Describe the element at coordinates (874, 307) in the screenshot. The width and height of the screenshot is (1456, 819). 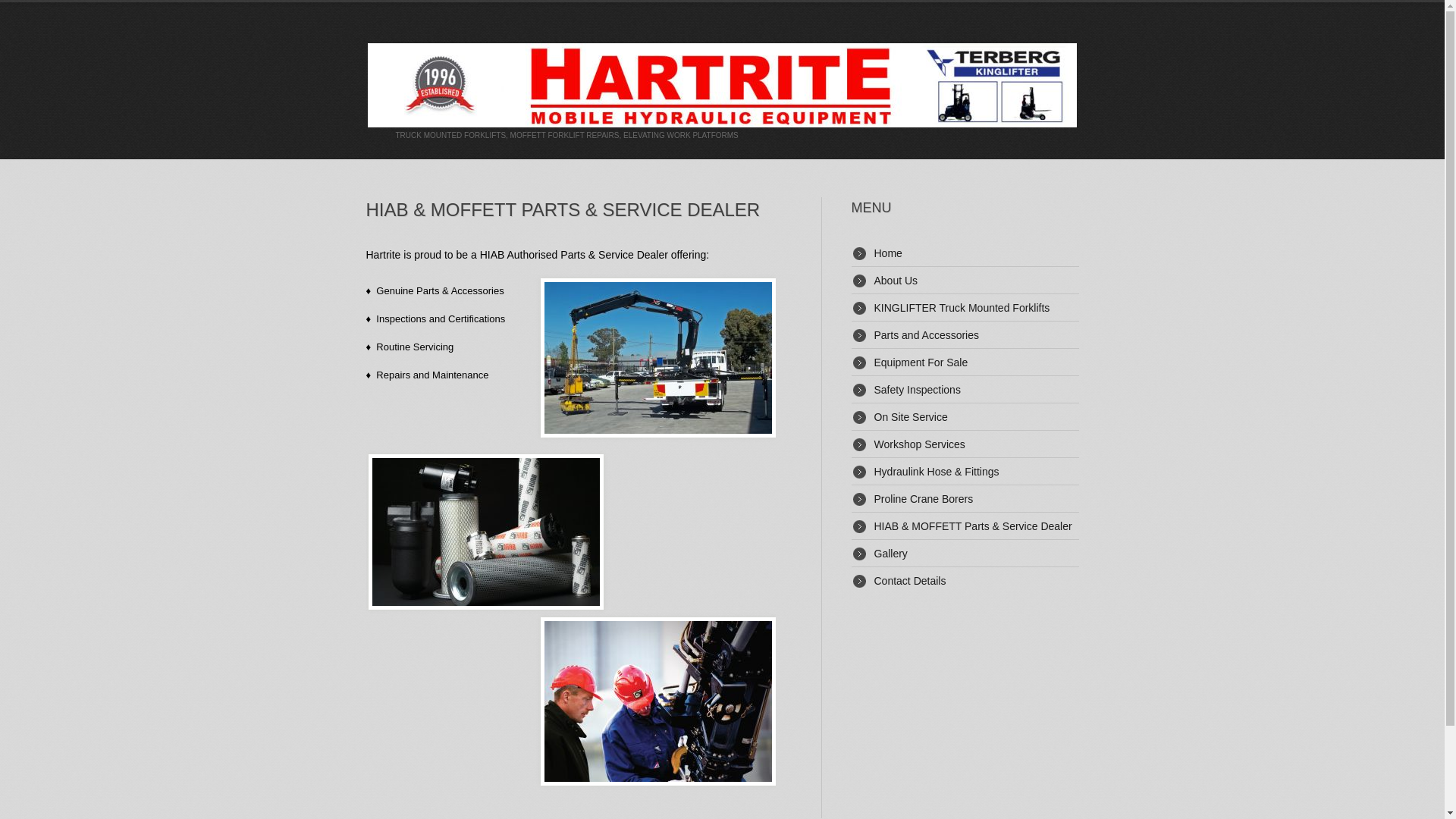
I see `'KINGLIFTER Truck Mounted Forklifts'` at that location.